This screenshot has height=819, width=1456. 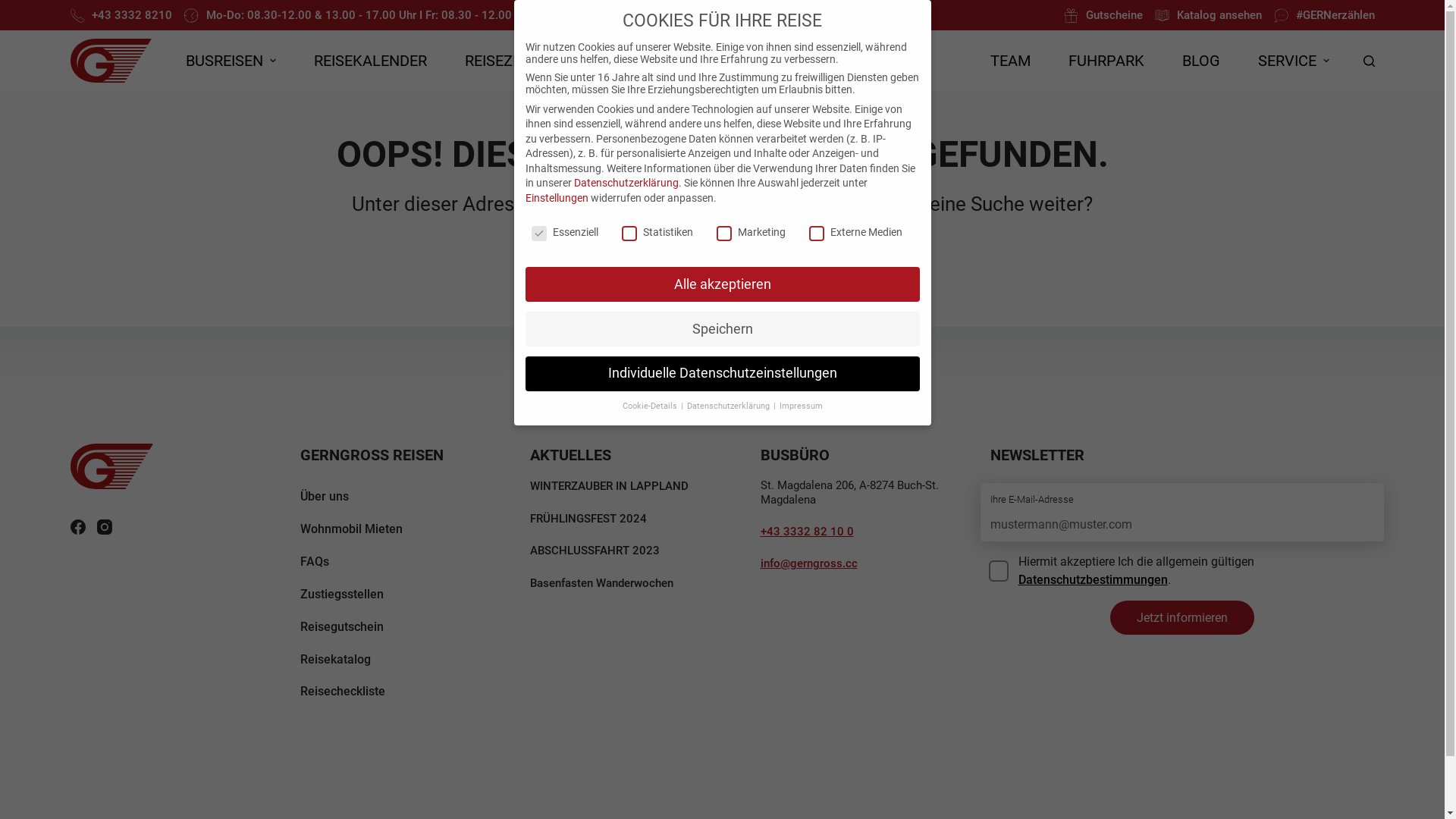 I want to click on 'Wohnmobil Mieten', so click(x=350, y=528).